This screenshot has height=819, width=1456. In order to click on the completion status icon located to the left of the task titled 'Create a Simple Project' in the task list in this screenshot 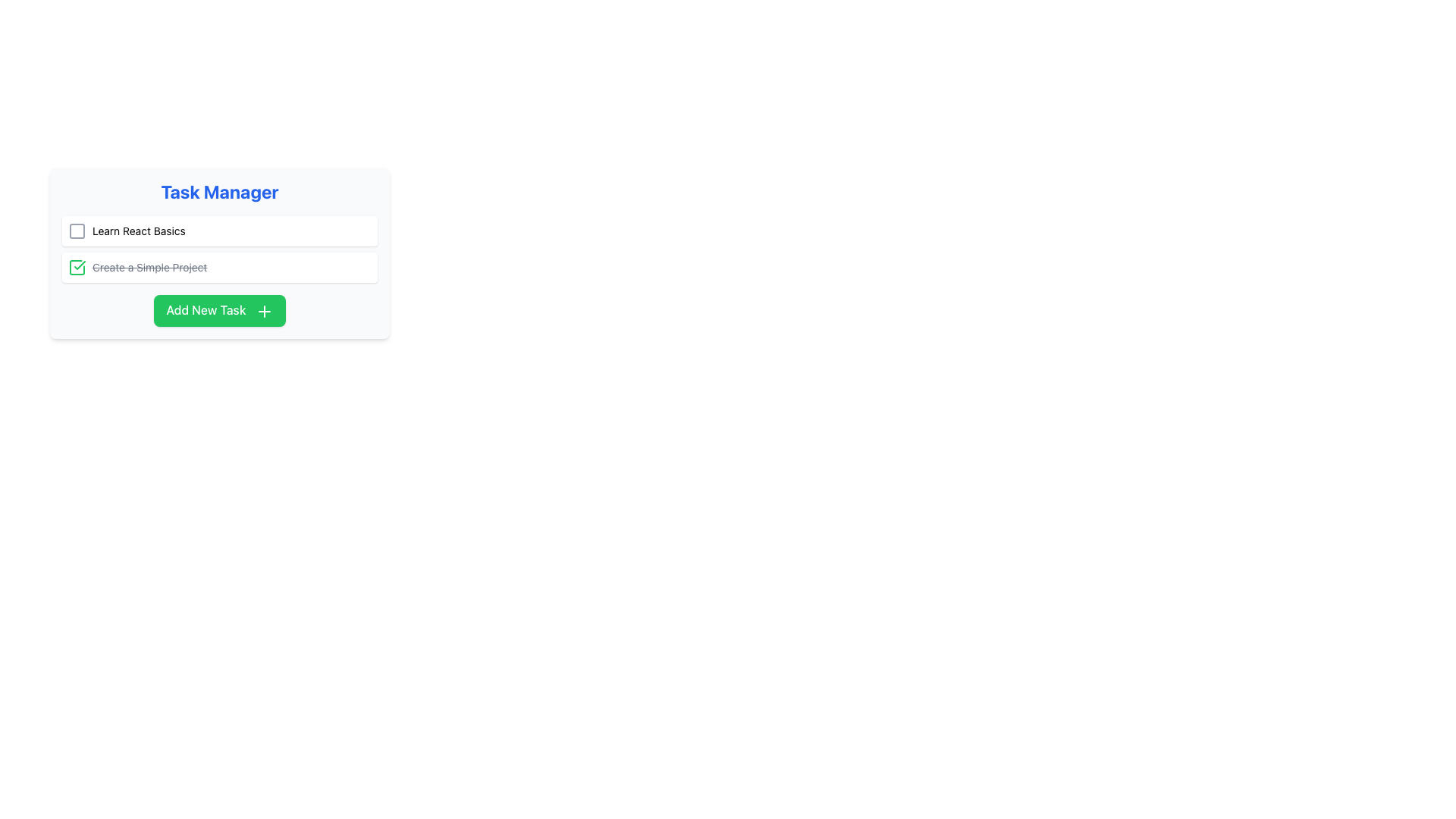, I will do `click(79, 265)`.